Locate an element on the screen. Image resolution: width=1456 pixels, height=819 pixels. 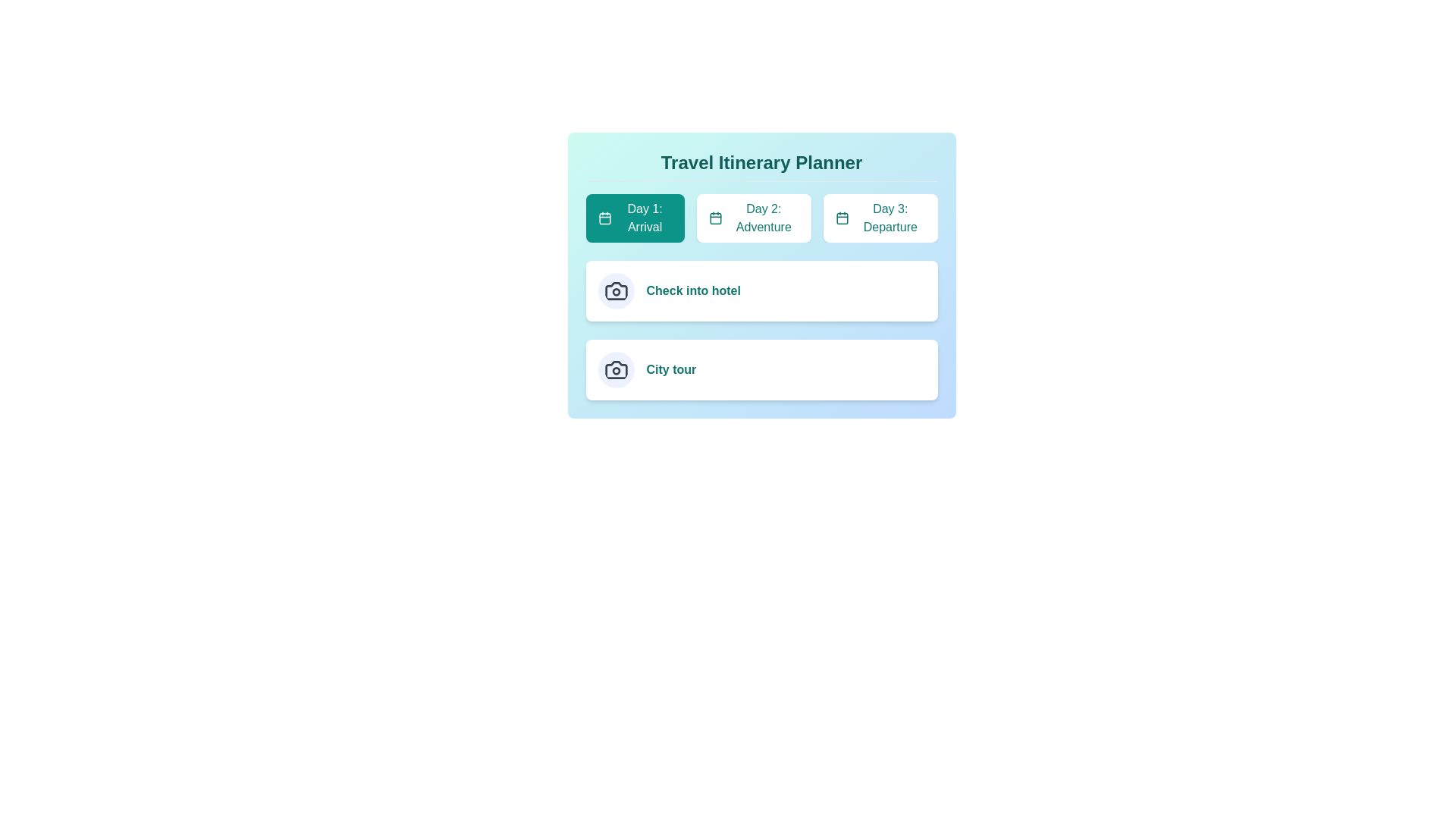
the day tab corresponding to Day 1: Arrival is located at coordinates (635, 218).